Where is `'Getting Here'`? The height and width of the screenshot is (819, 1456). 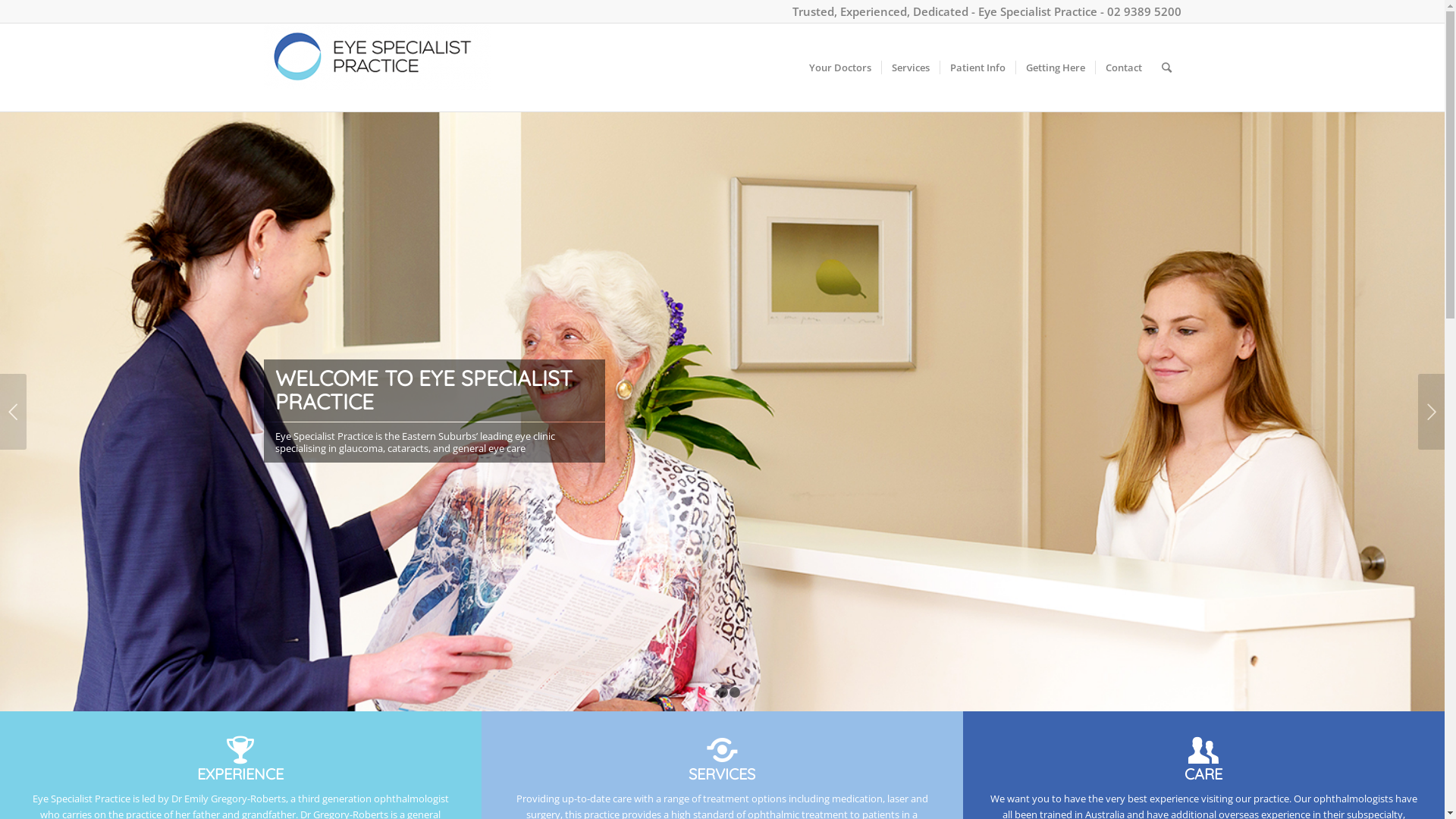 'Getting Here' is located at coordinates (1015, 66).